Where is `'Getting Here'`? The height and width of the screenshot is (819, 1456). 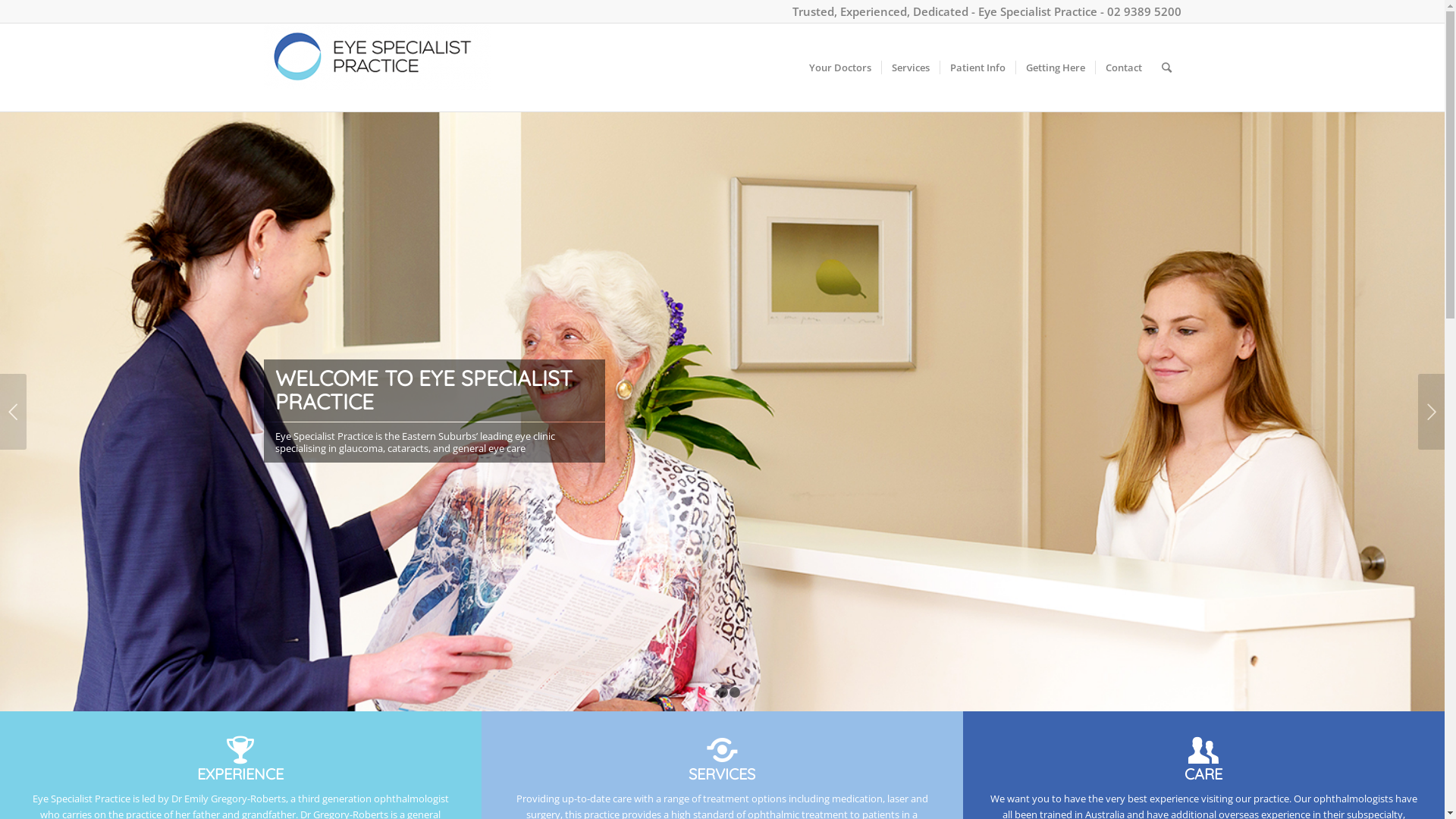 'Getting Here' is located at coordinates (1015, 66).